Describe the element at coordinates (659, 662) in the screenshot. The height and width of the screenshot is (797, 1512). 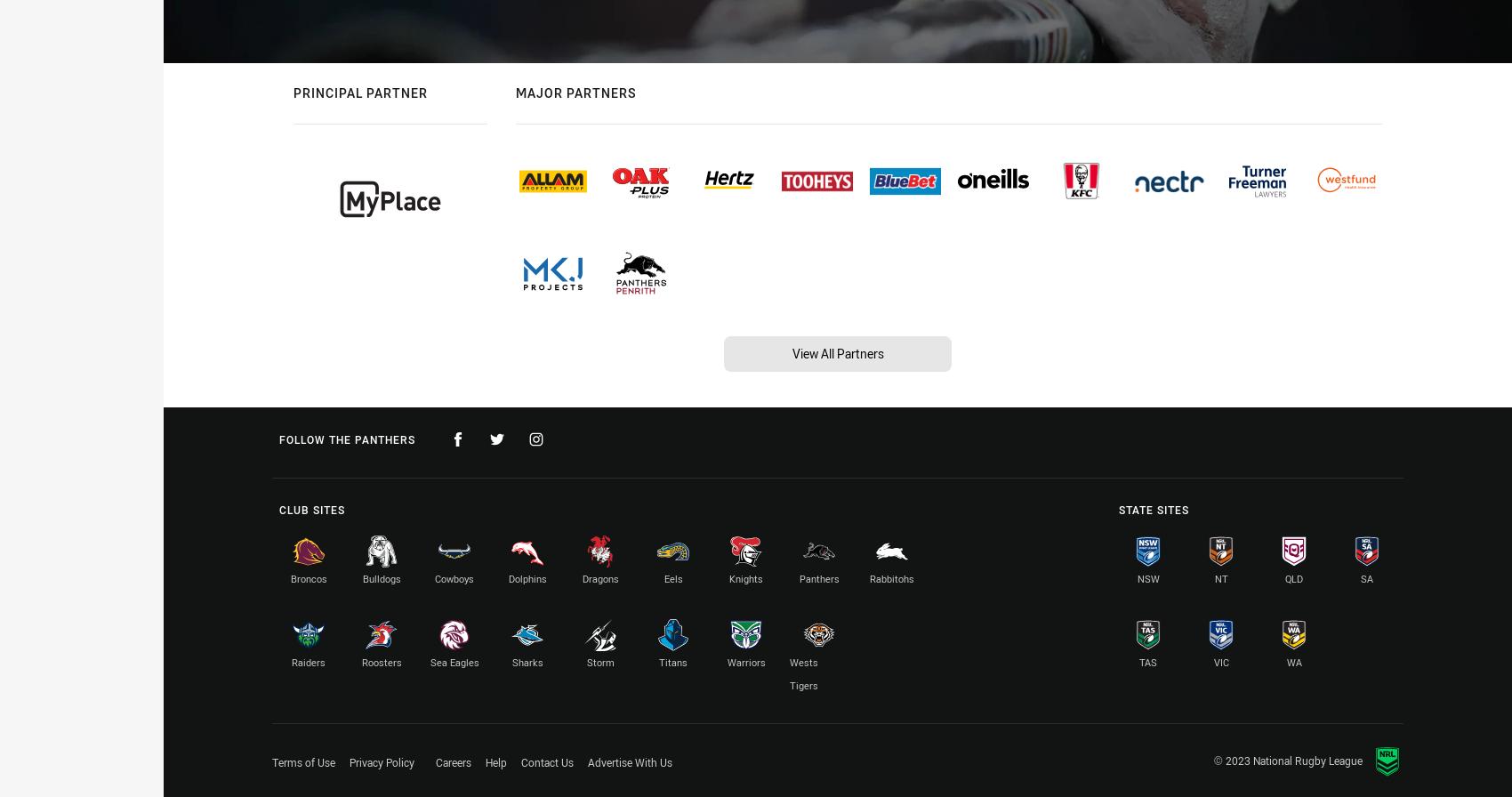
I see `'Titans'` at that location.